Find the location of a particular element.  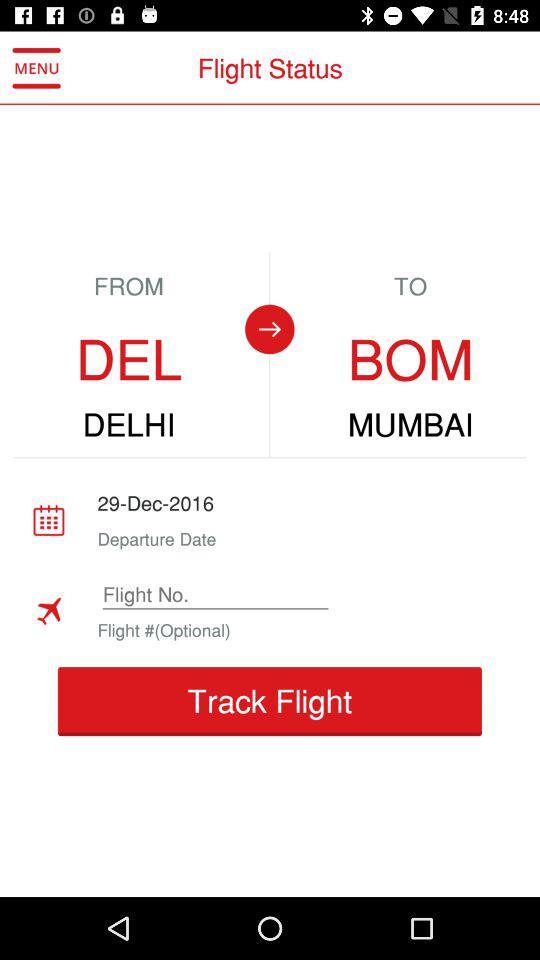

del is located at coordinates (129, 360).